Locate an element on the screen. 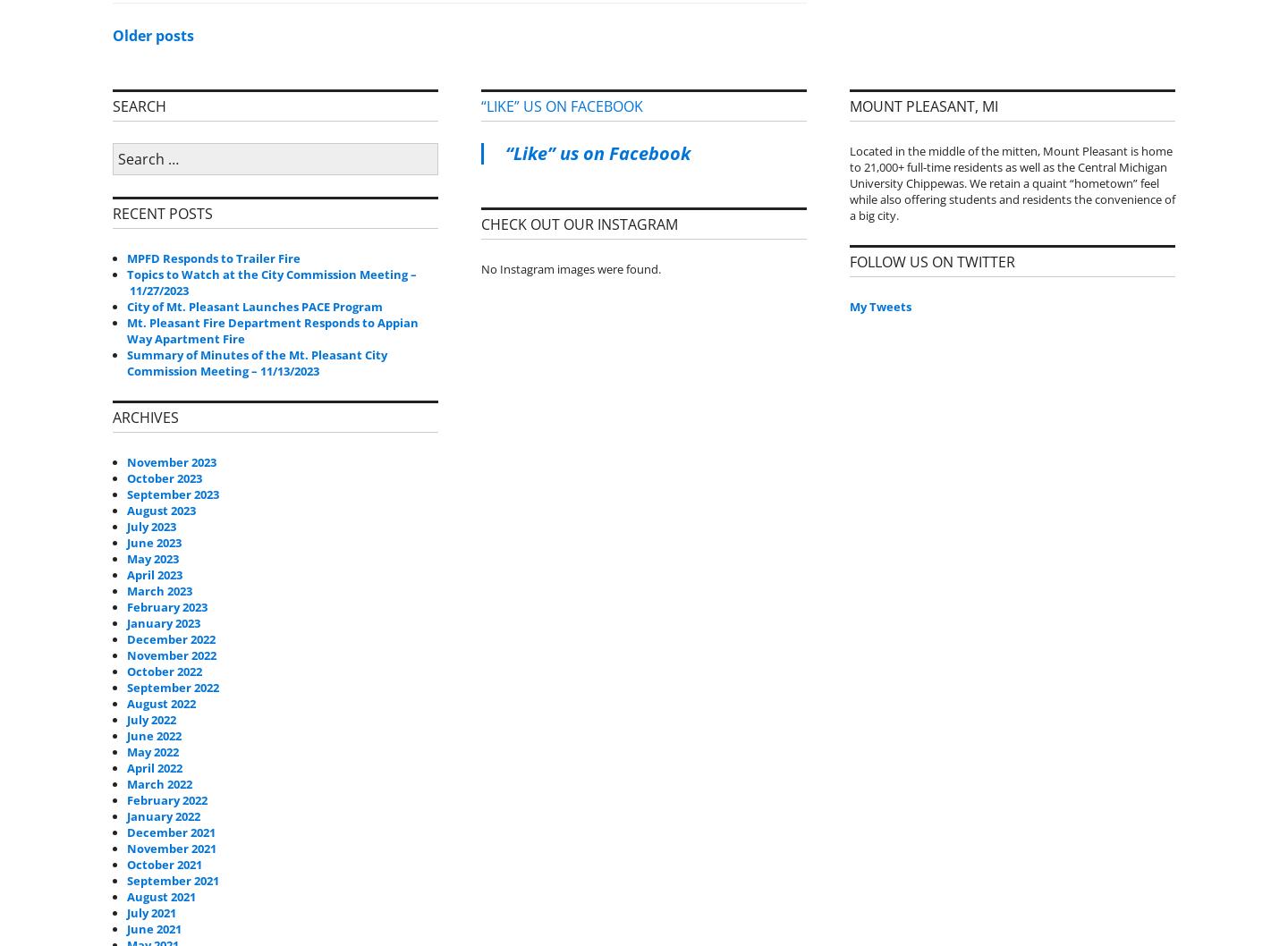 The height and width of the screenshot is (946, 1288). 'Mt. Pleasant Fire Department Responds to Appian Way Apartment Fire' is located at coordinates (272, 330).